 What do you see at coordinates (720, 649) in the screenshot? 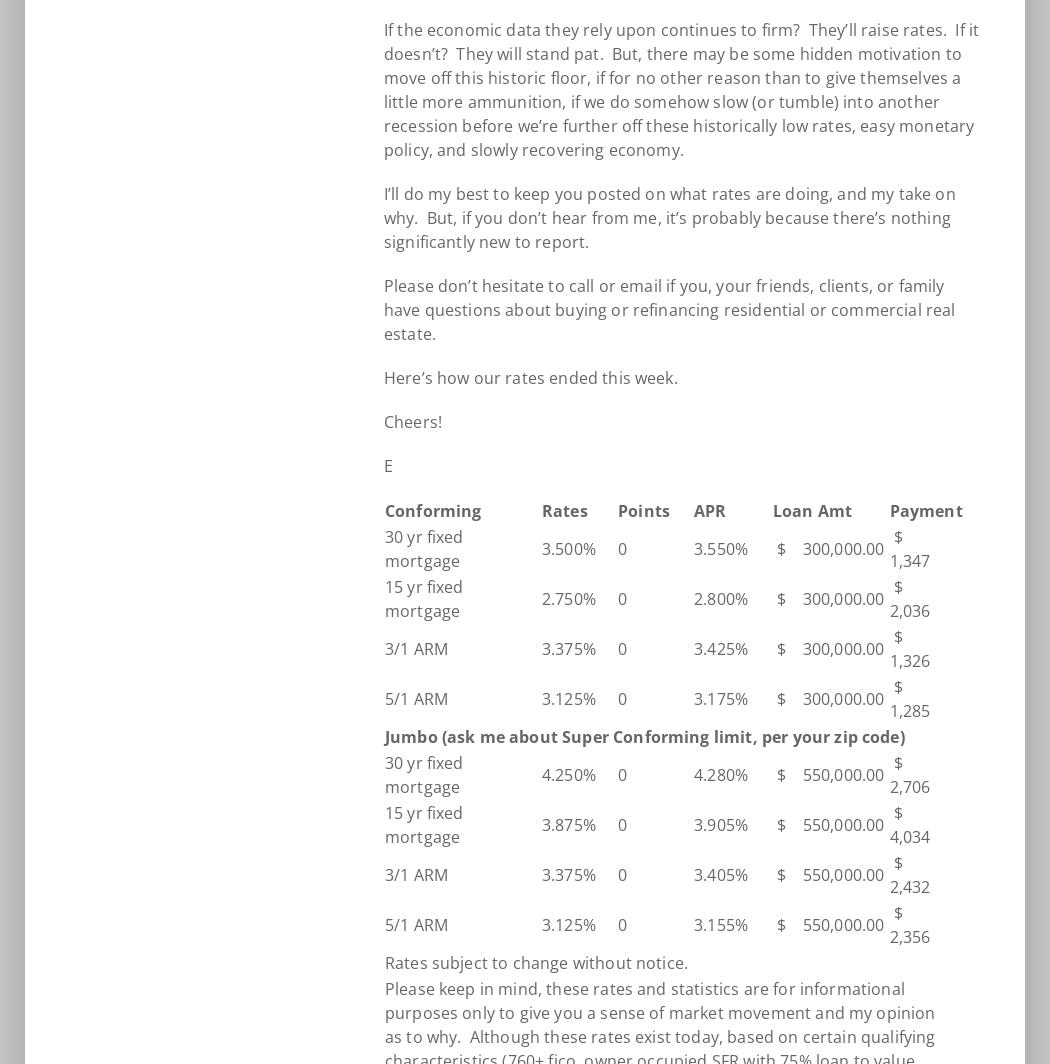
I see `'3.425%'` at bounding box center [720, 649].